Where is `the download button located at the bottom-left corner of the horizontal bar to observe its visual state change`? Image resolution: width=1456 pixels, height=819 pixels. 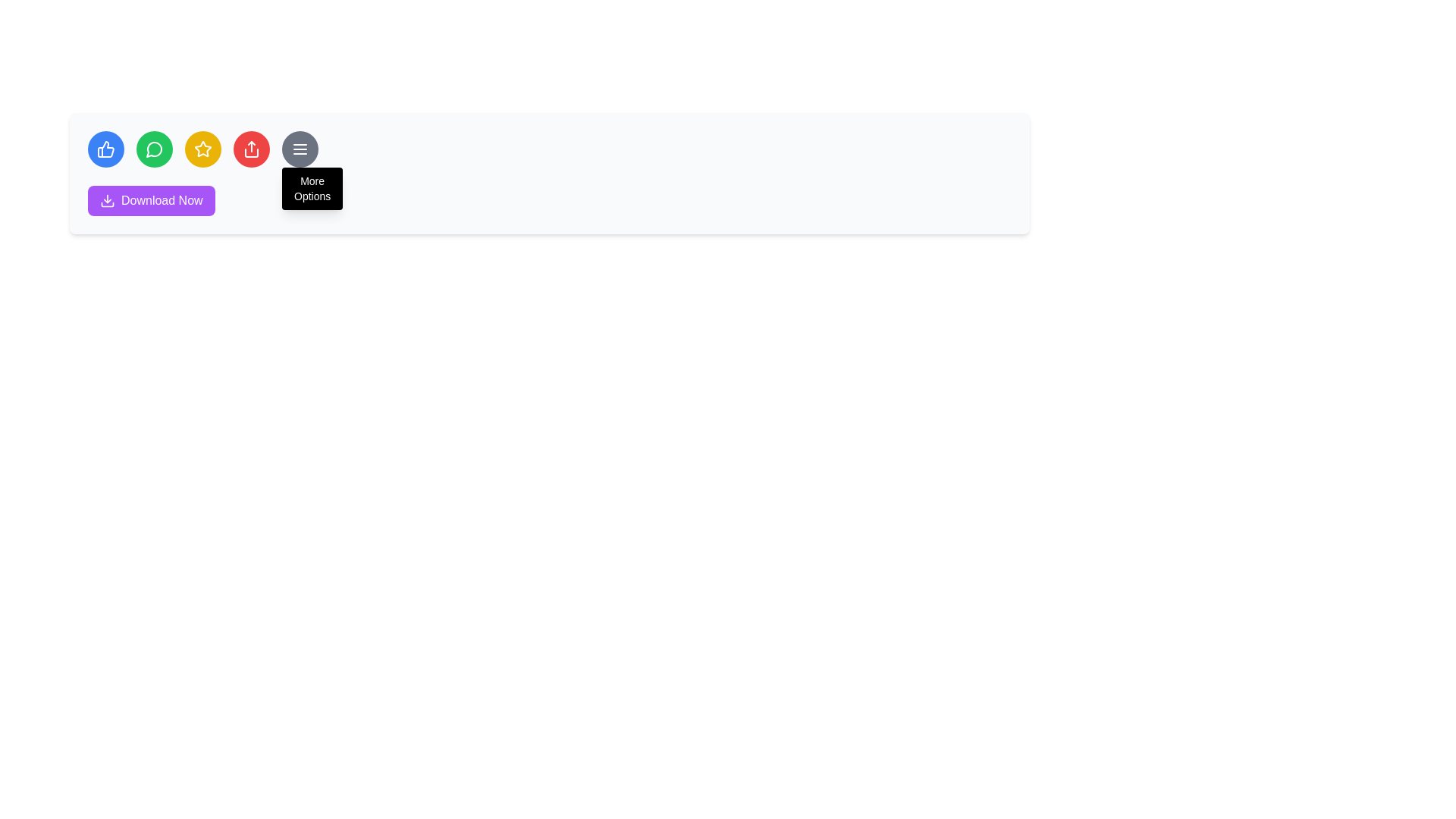 the download button located at the bottom-left corner of the horizontal bar to observe its visual state change is located at coordinates (151, 200).